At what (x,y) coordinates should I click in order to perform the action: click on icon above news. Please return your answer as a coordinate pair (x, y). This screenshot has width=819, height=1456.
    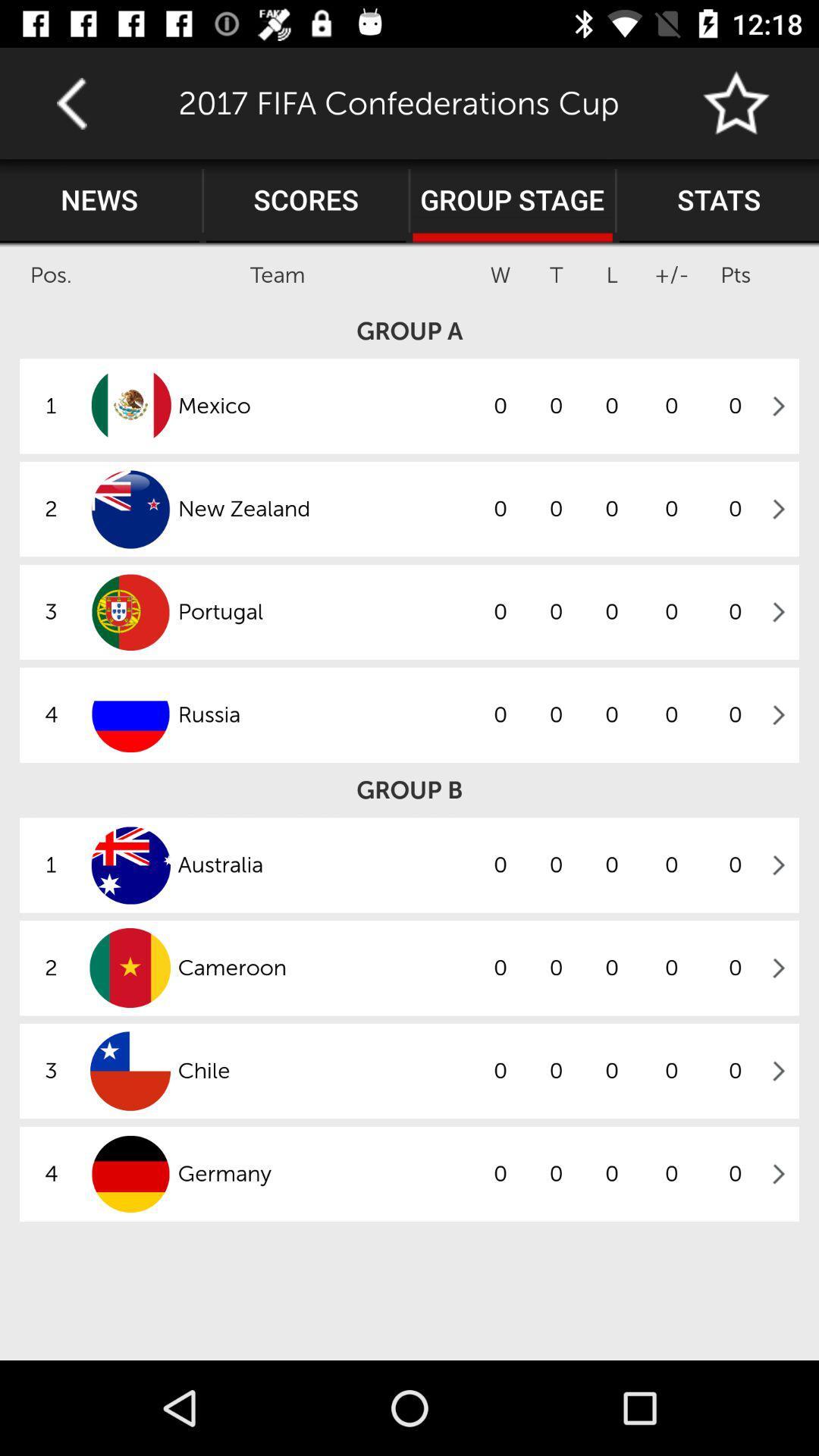
    Looking at the image, I should click on (71, 102).